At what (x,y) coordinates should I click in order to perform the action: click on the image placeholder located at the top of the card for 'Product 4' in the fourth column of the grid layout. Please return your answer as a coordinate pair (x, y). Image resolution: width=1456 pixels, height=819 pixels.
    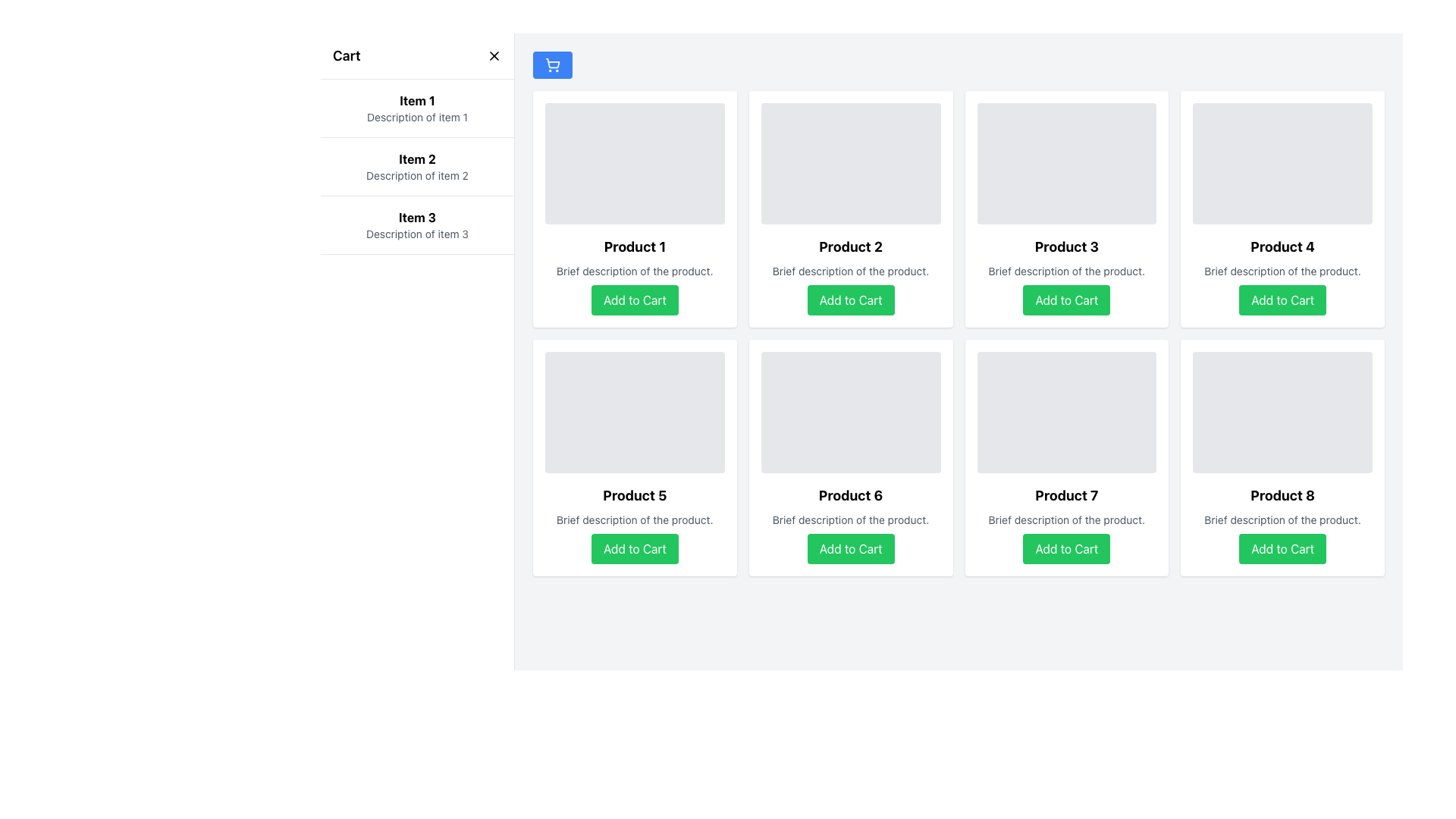
    Looking at the image, I should click on (1282, 164).